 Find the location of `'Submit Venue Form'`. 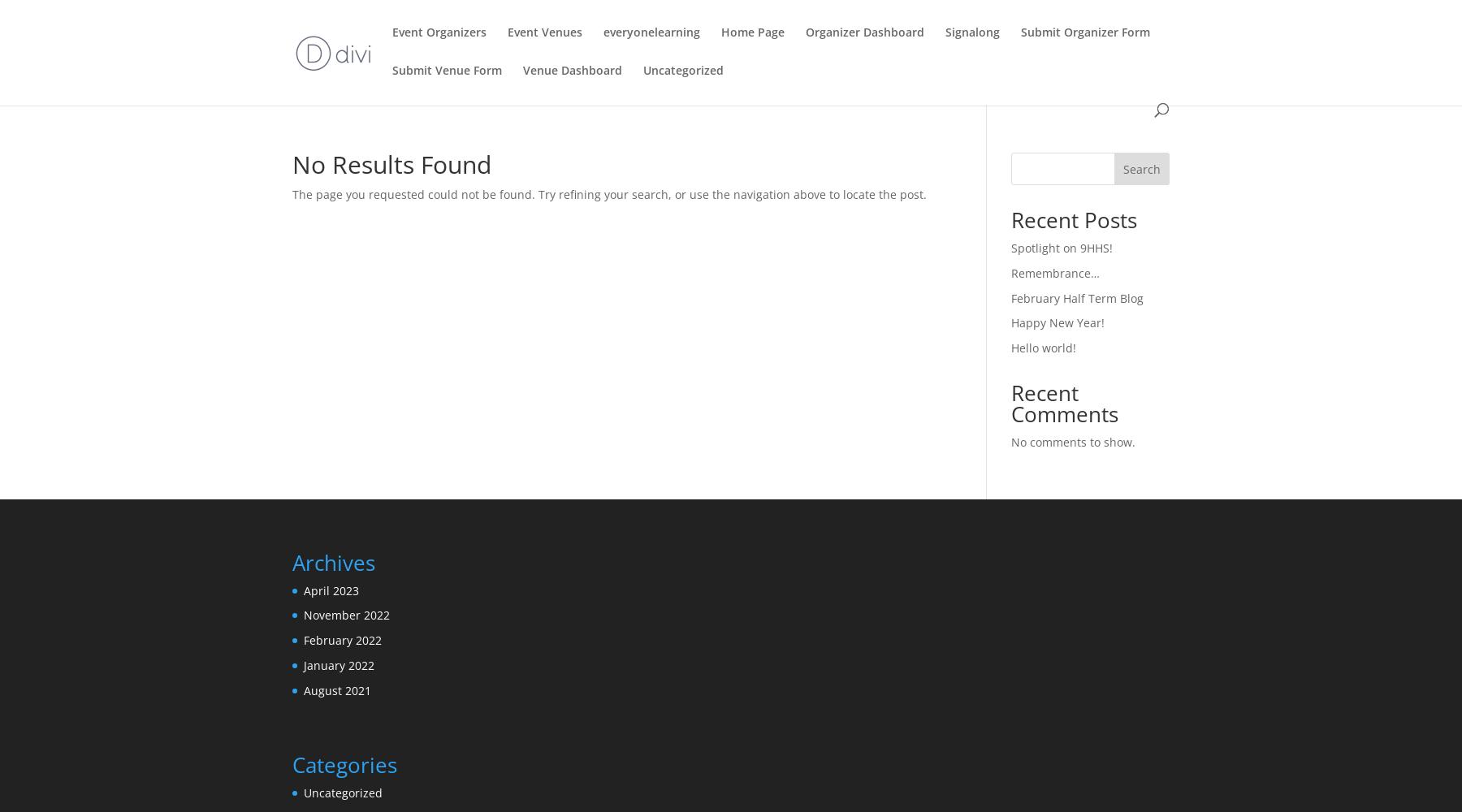

'Submit Venue Form' is located at coordinates (446, 69).